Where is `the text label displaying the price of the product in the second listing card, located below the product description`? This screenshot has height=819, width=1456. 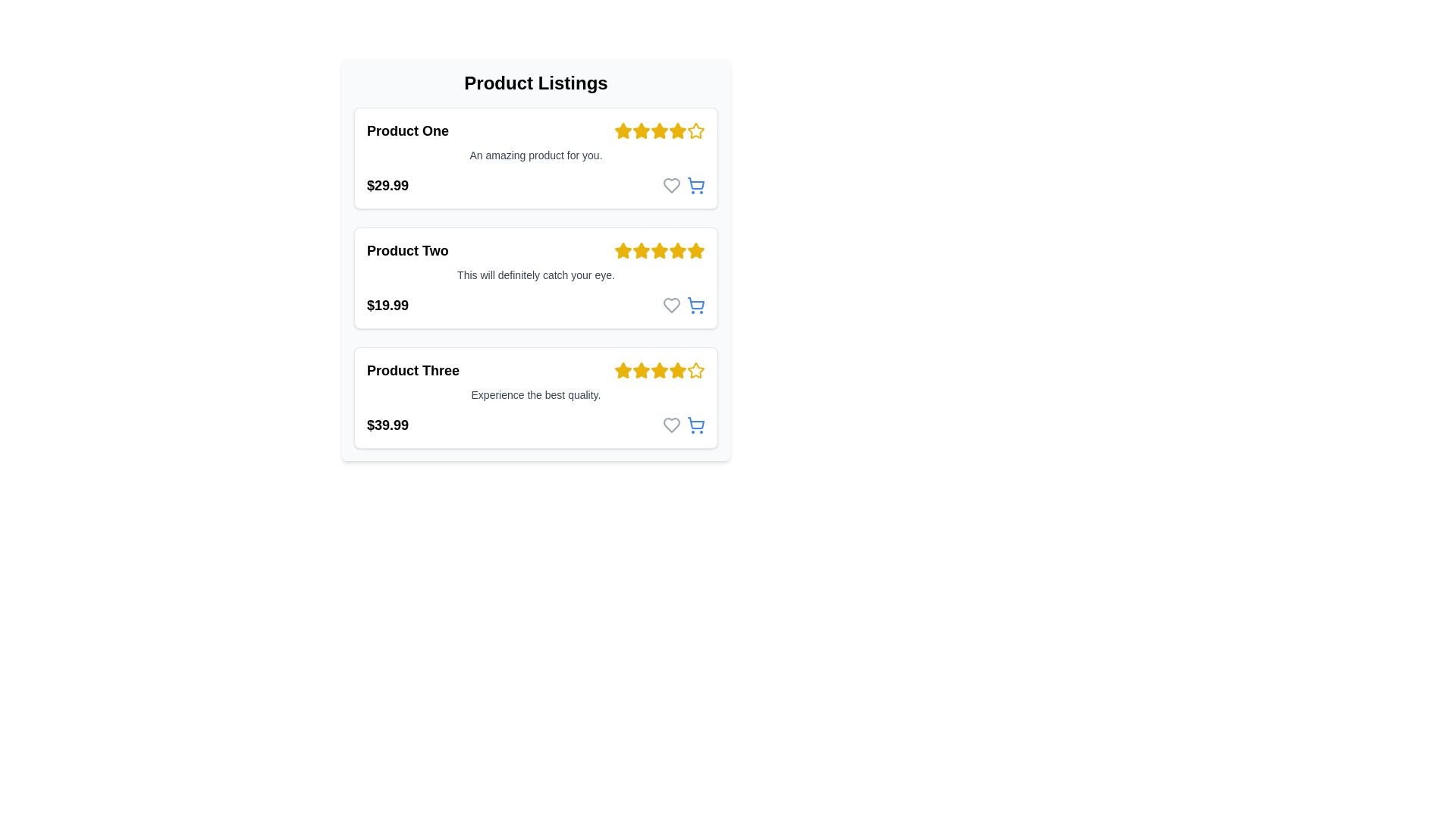
the text label displaying the price of the product in the second listing card, located below the product description is located at coordinates (388, 305).